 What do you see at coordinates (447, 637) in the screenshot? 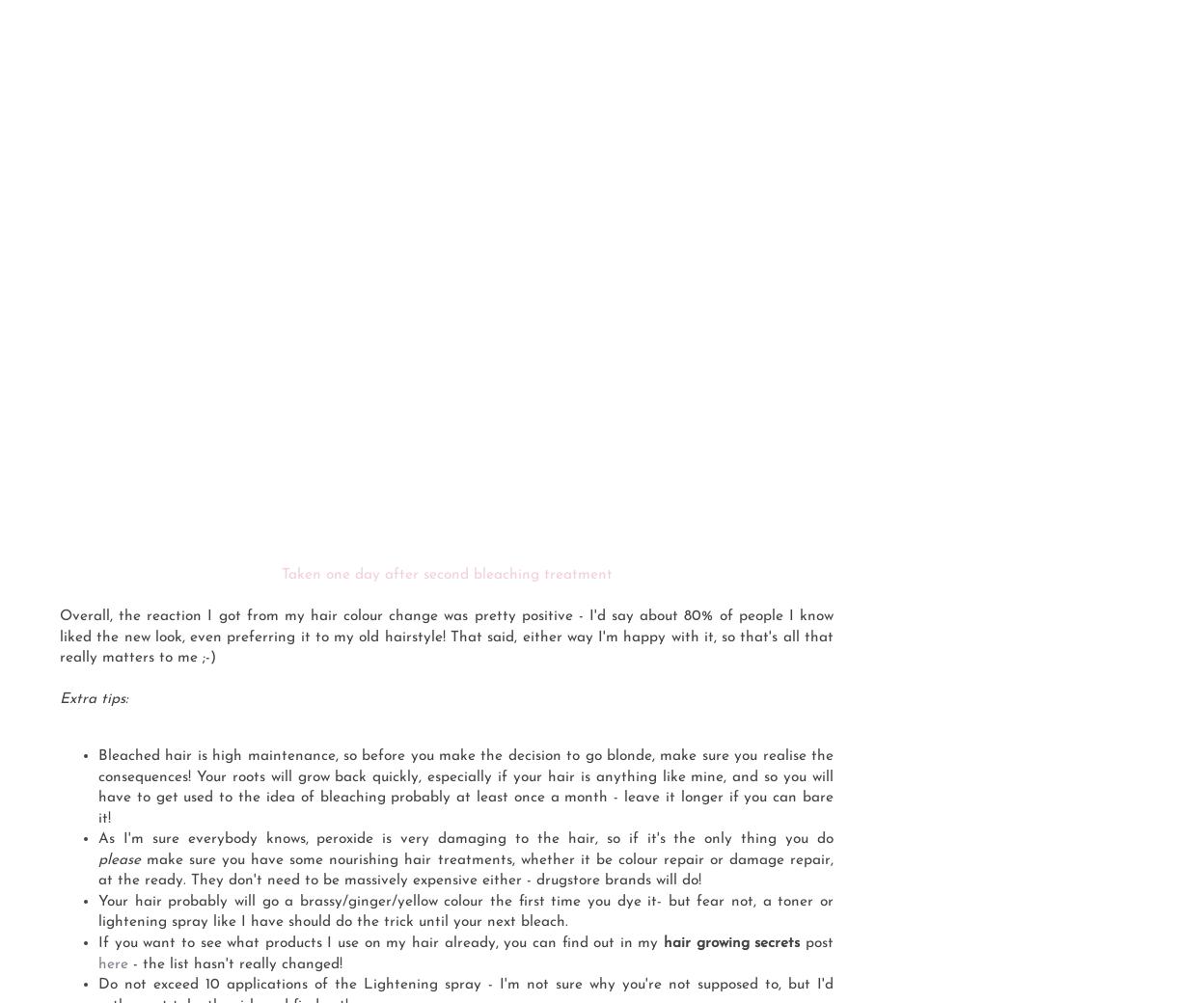
I see `'Overall, the reaction I got from my hair colour change was pretty positive - I'd say about 80% of people I know liked the new look, even preferring it to my old hairstyle! That said, either way I'm happy with it, so that's all that really matters to me ;-)'` at bounding box center [447, 637].